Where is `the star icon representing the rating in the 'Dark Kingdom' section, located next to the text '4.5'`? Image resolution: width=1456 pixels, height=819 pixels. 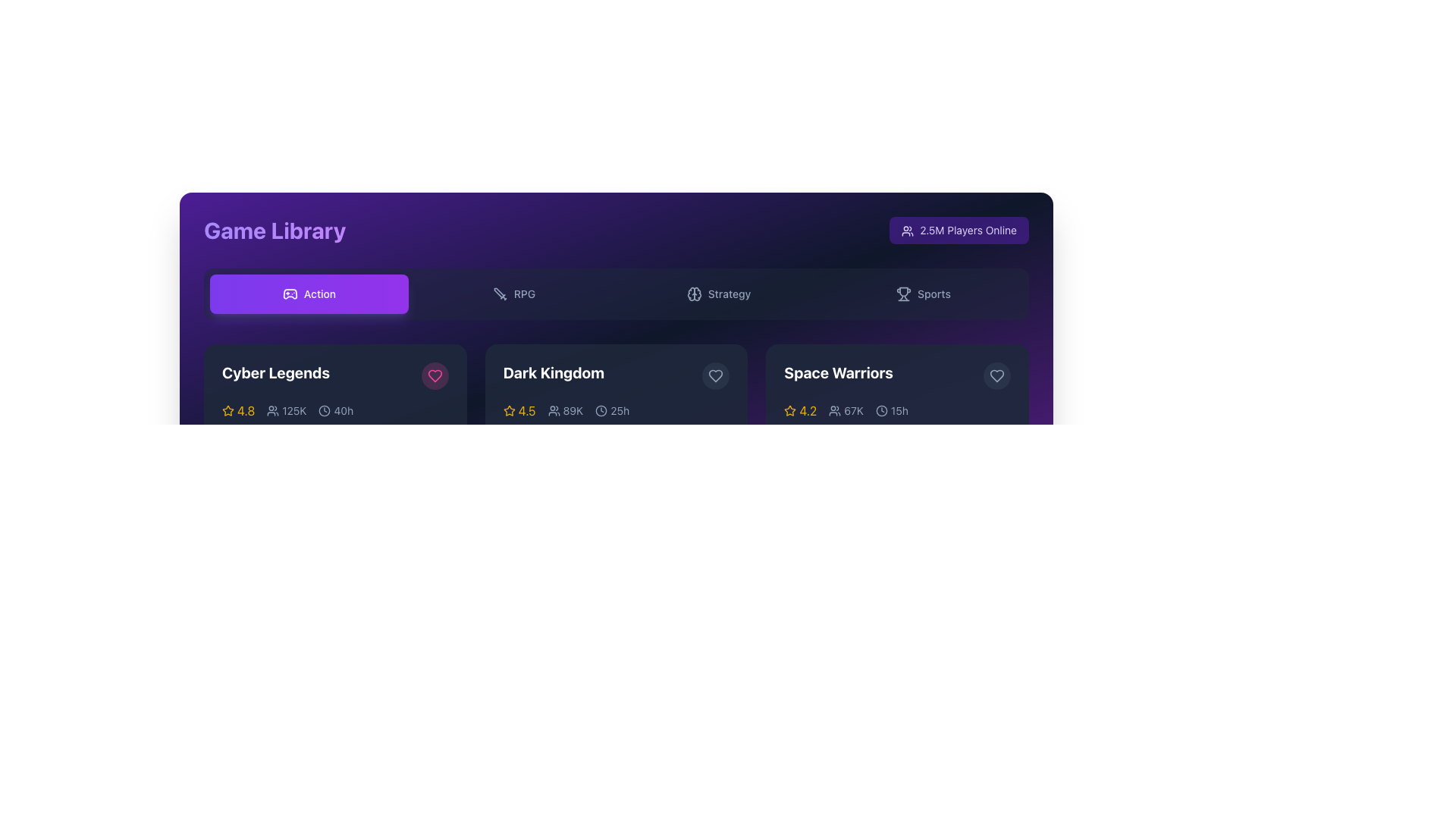 the star icon representing the rating in the 'Dark Kingdom' section, located next to the text '4.5' is located at coordinates (509, 411).